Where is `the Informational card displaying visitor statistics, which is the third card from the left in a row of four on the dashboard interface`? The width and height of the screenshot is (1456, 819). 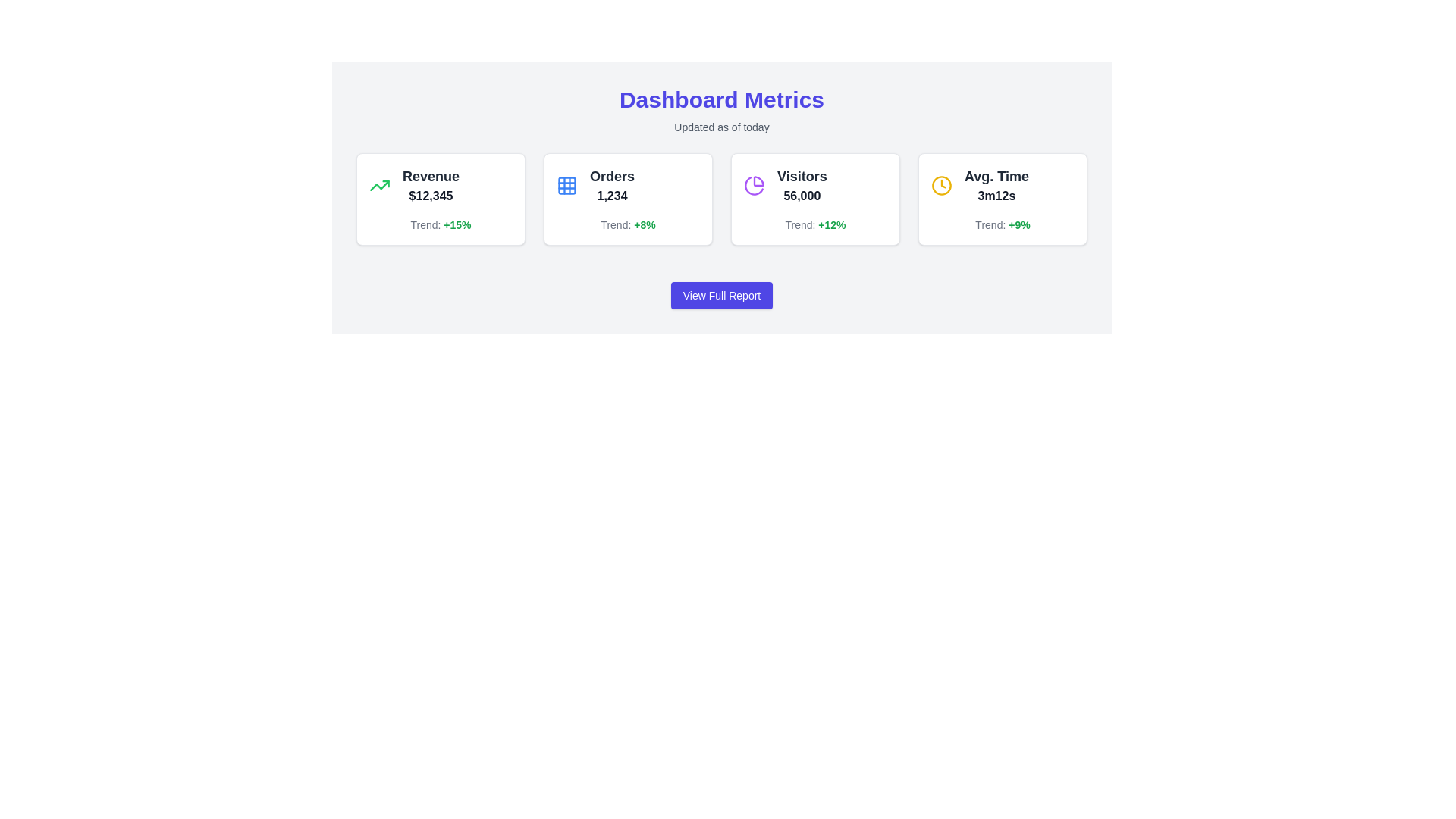 the Informational card displaying visitor statistics, which is the third card from the left in a row of four on the dashboard interface is located at coordinates (814, 198).